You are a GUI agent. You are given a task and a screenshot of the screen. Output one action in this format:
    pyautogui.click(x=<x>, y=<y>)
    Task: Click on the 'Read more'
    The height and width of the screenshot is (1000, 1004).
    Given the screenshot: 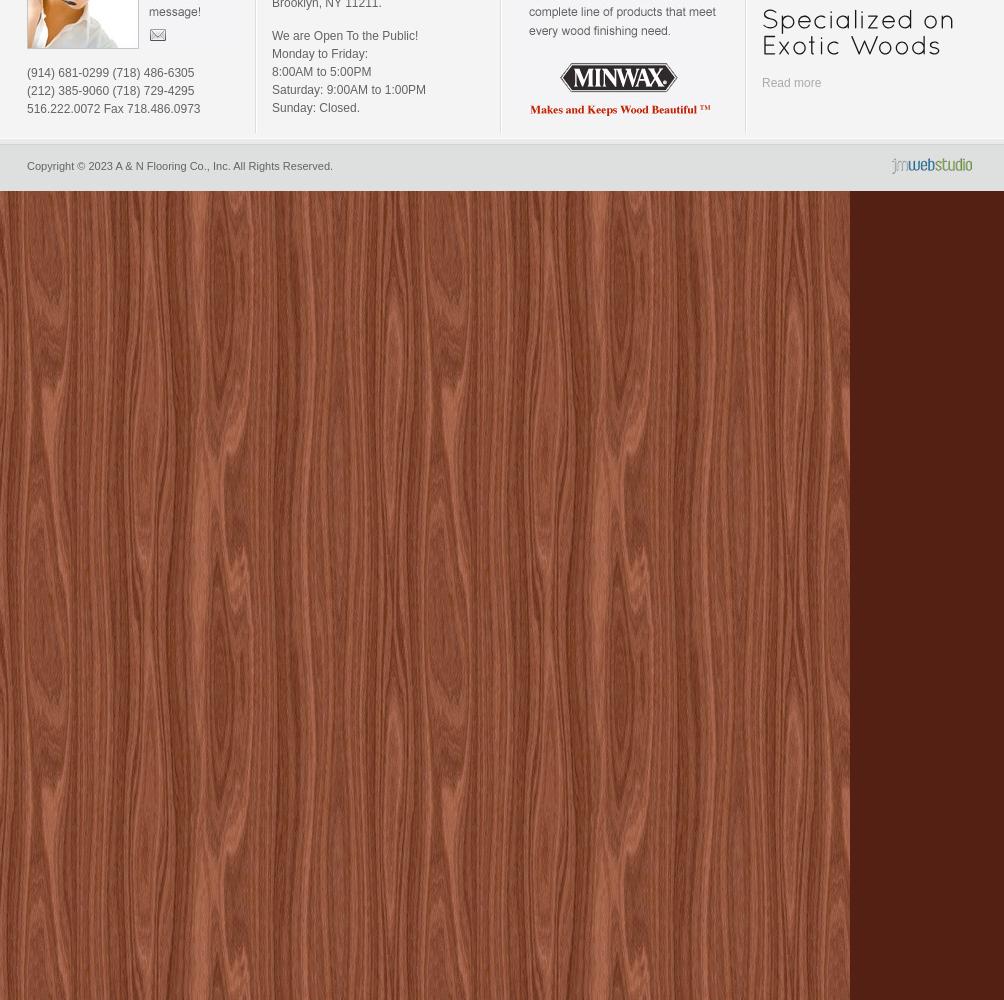 What is the action you would take?
    pyautogui.click(x=762, y=82)
    